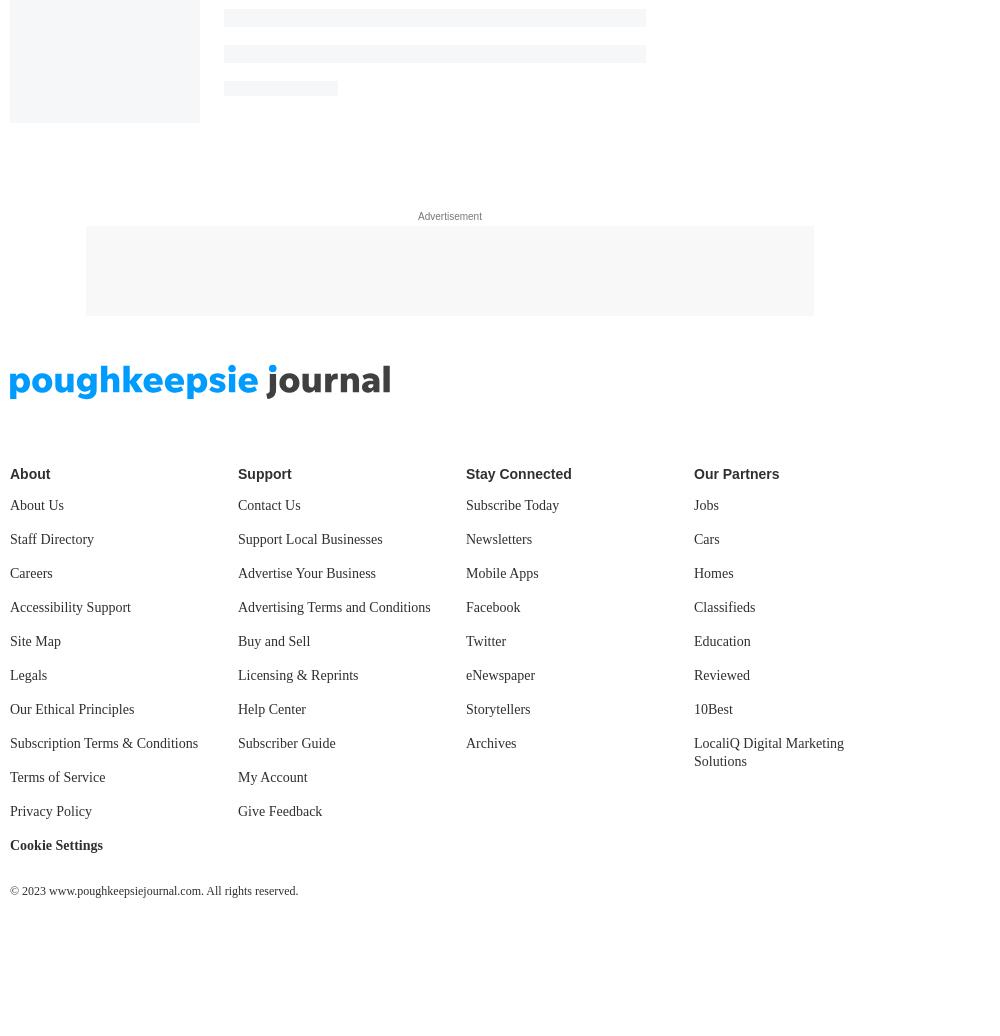  Describe the element at coordinates (154, 890) in the screenshot. I see `'© 2023 www.poughkeepsiejournal.com. All rights reserved.'` at that location.